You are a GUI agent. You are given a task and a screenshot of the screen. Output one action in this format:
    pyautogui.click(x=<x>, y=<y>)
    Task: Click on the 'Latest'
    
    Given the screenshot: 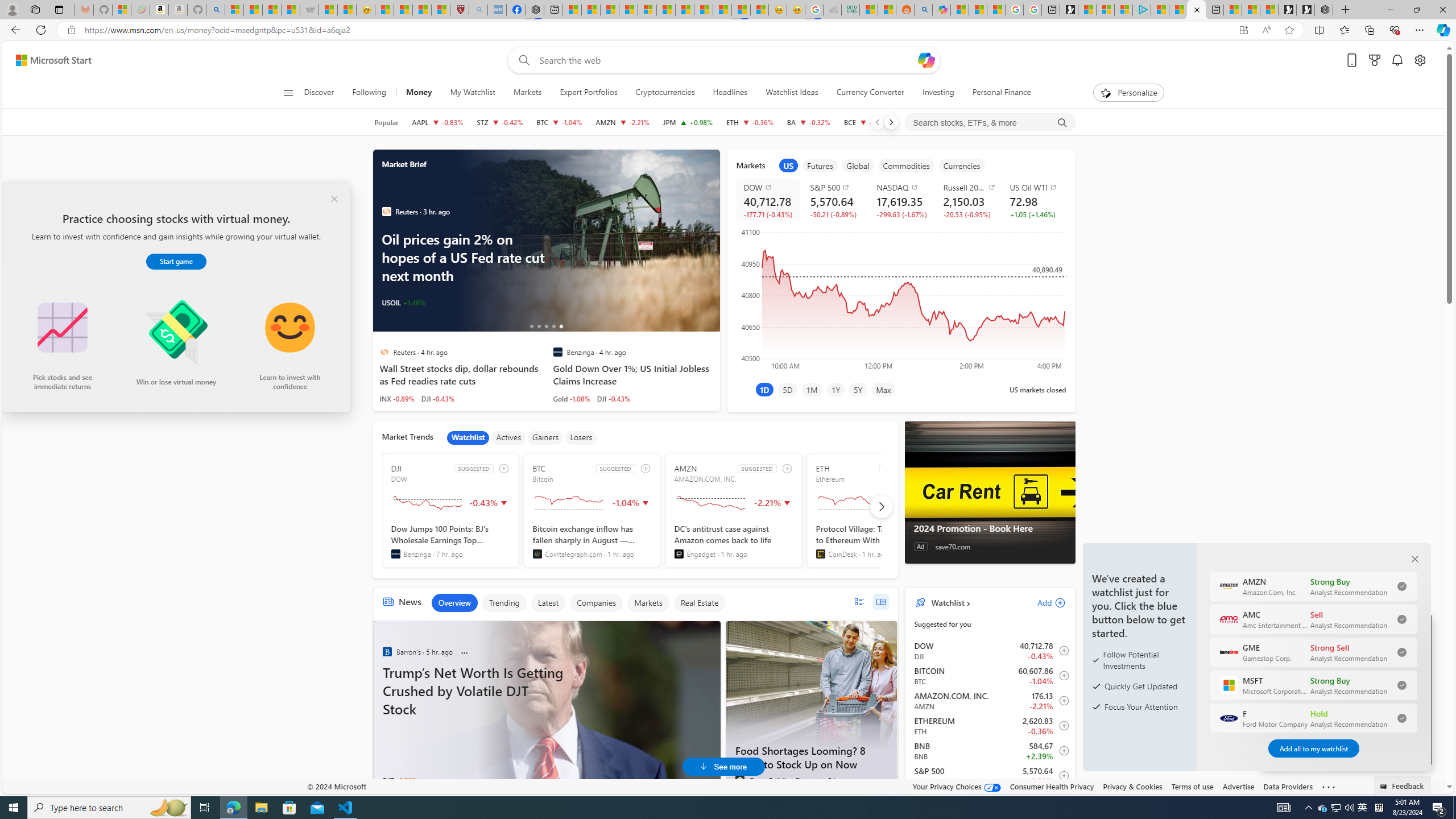 What is the action you would take?
    pyautogui.click(x=547, y=602)
    